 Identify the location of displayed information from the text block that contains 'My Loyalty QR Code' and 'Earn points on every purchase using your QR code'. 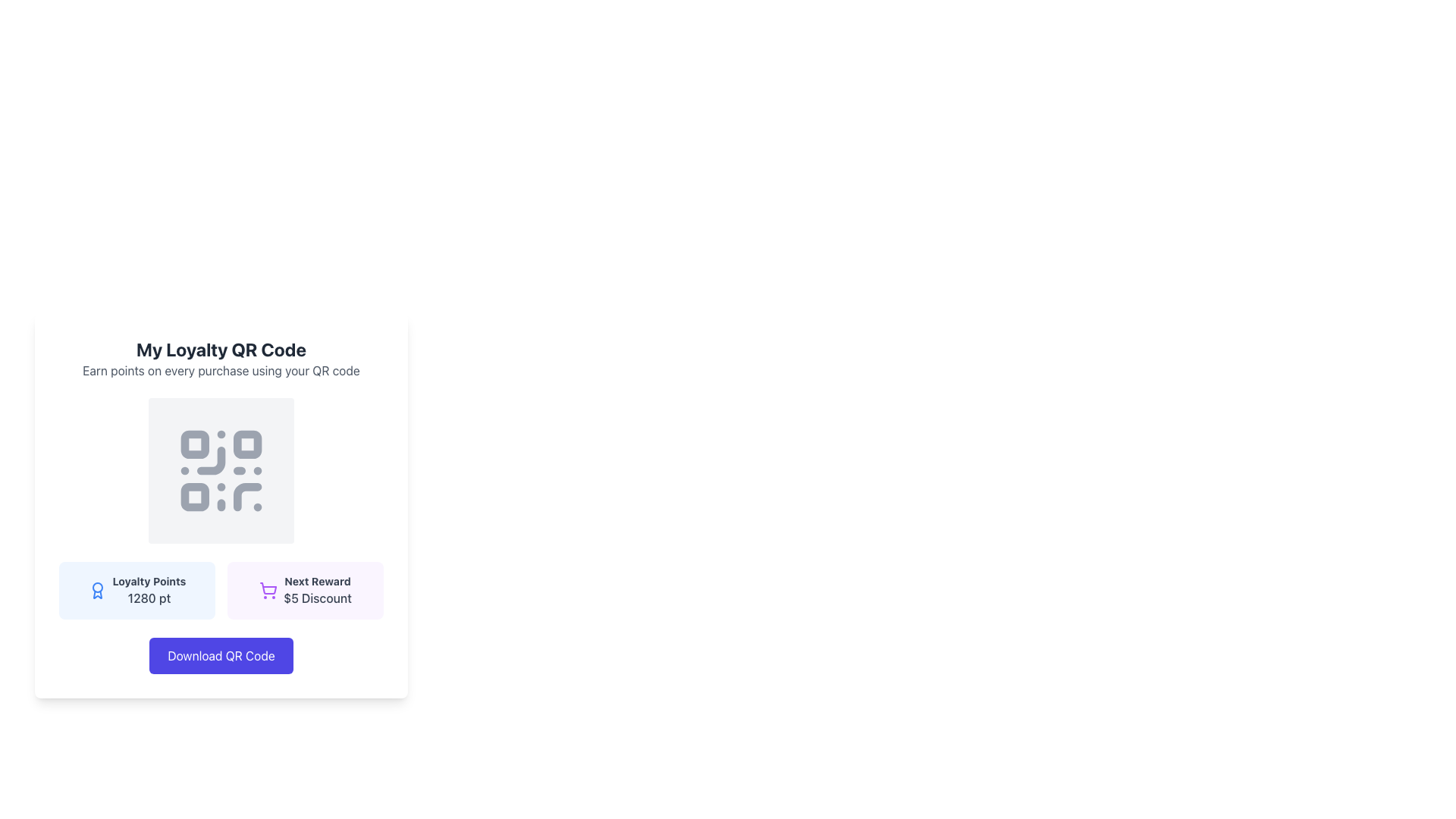
(221, 359).